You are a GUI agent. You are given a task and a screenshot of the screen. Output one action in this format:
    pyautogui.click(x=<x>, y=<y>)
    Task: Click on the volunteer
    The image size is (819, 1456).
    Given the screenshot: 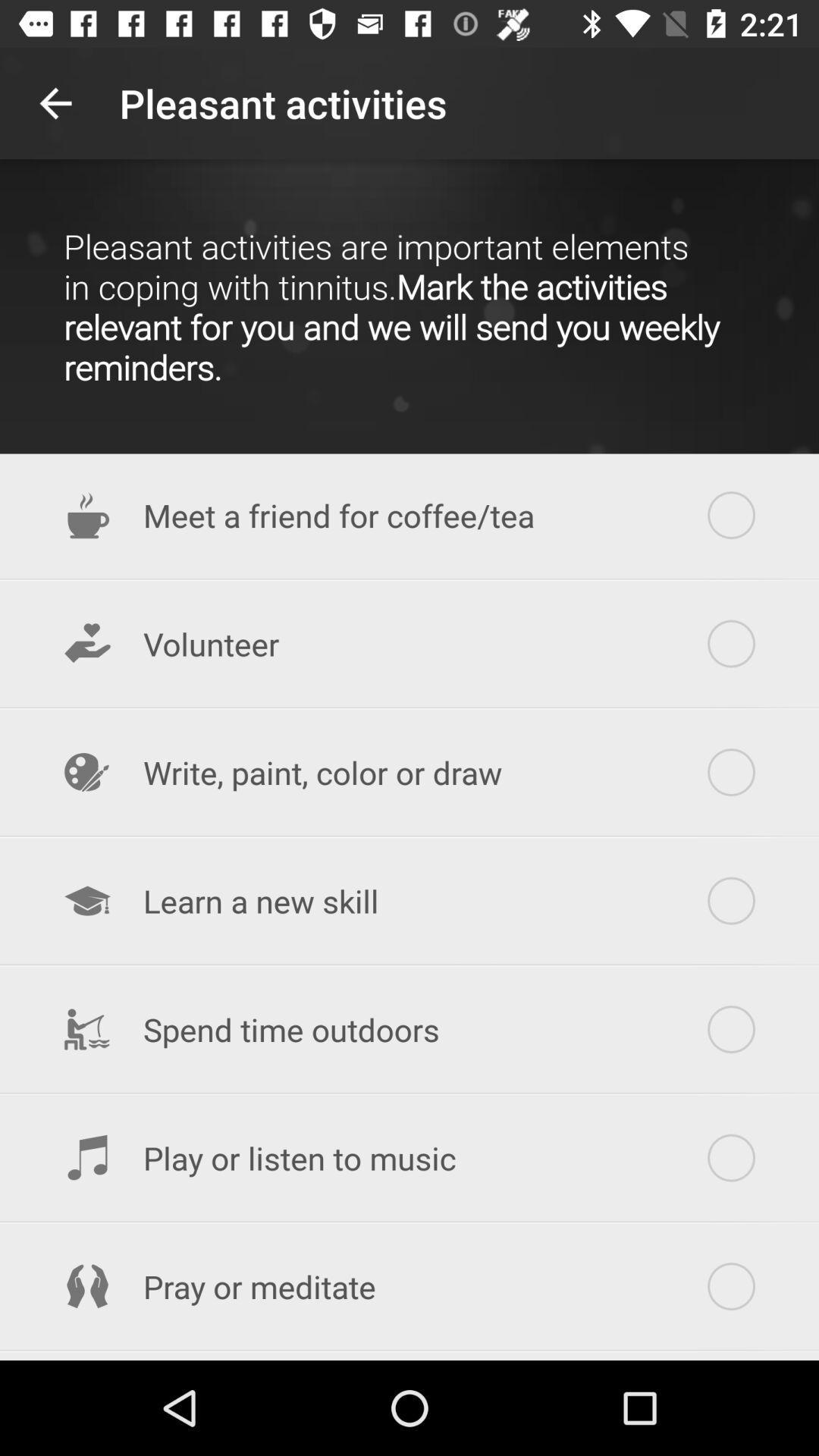 What is the action you would take?
    pyautogui.click(x=409, y=644)
    